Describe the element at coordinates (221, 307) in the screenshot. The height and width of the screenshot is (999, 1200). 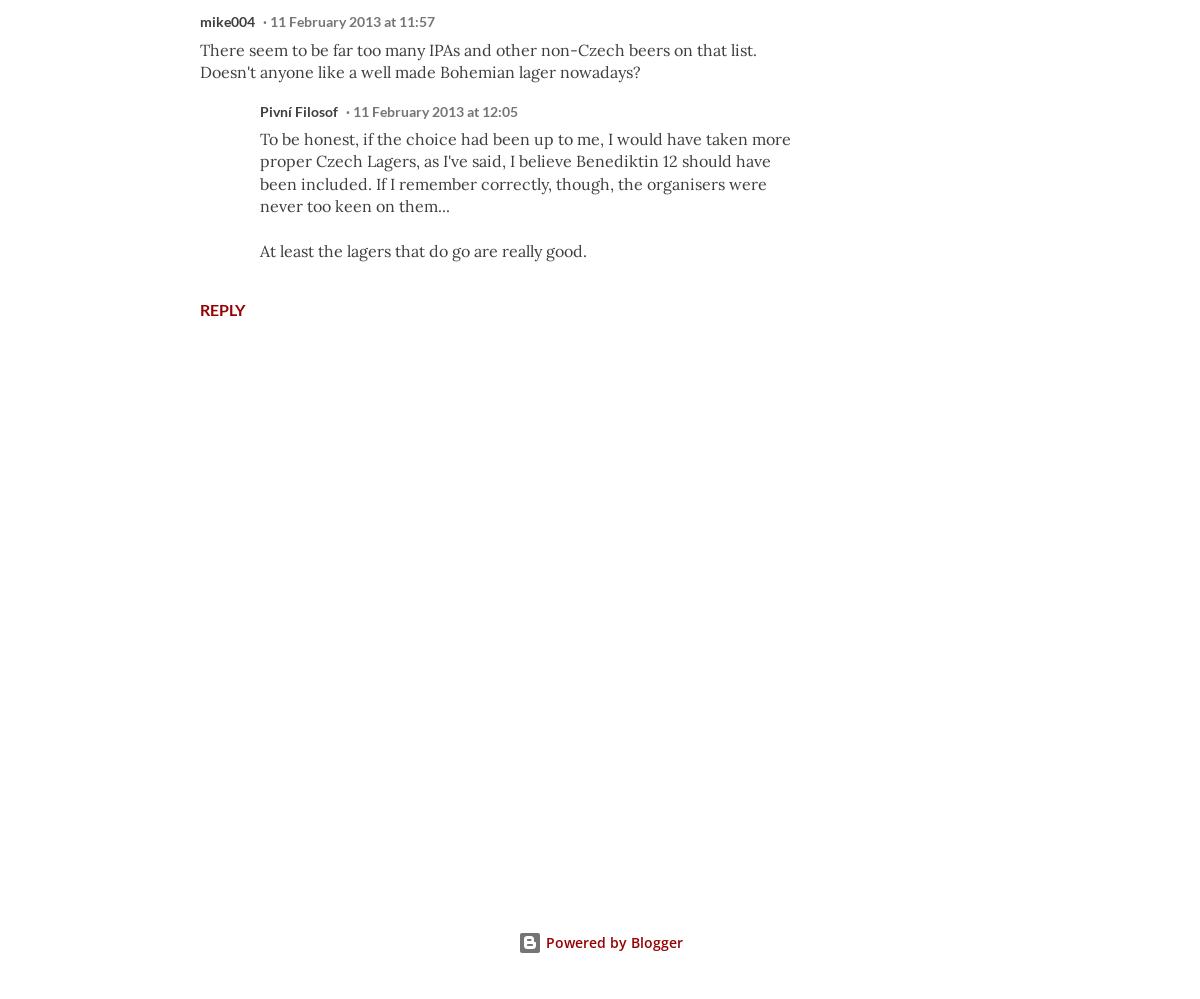
I see `'Reply'` at that location.